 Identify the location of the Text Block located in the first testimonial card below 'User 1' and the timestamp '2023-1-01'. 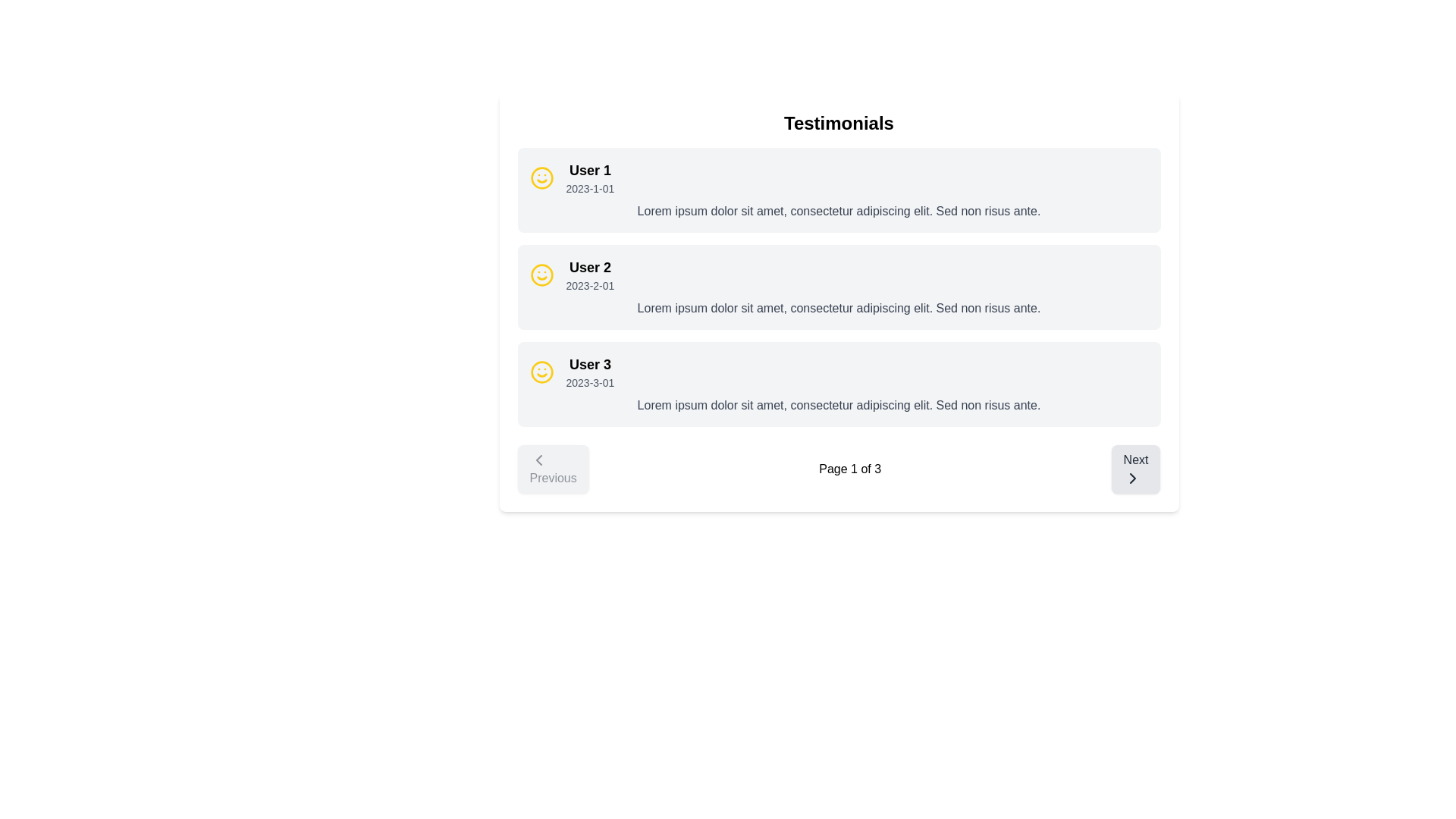
(838, 211).